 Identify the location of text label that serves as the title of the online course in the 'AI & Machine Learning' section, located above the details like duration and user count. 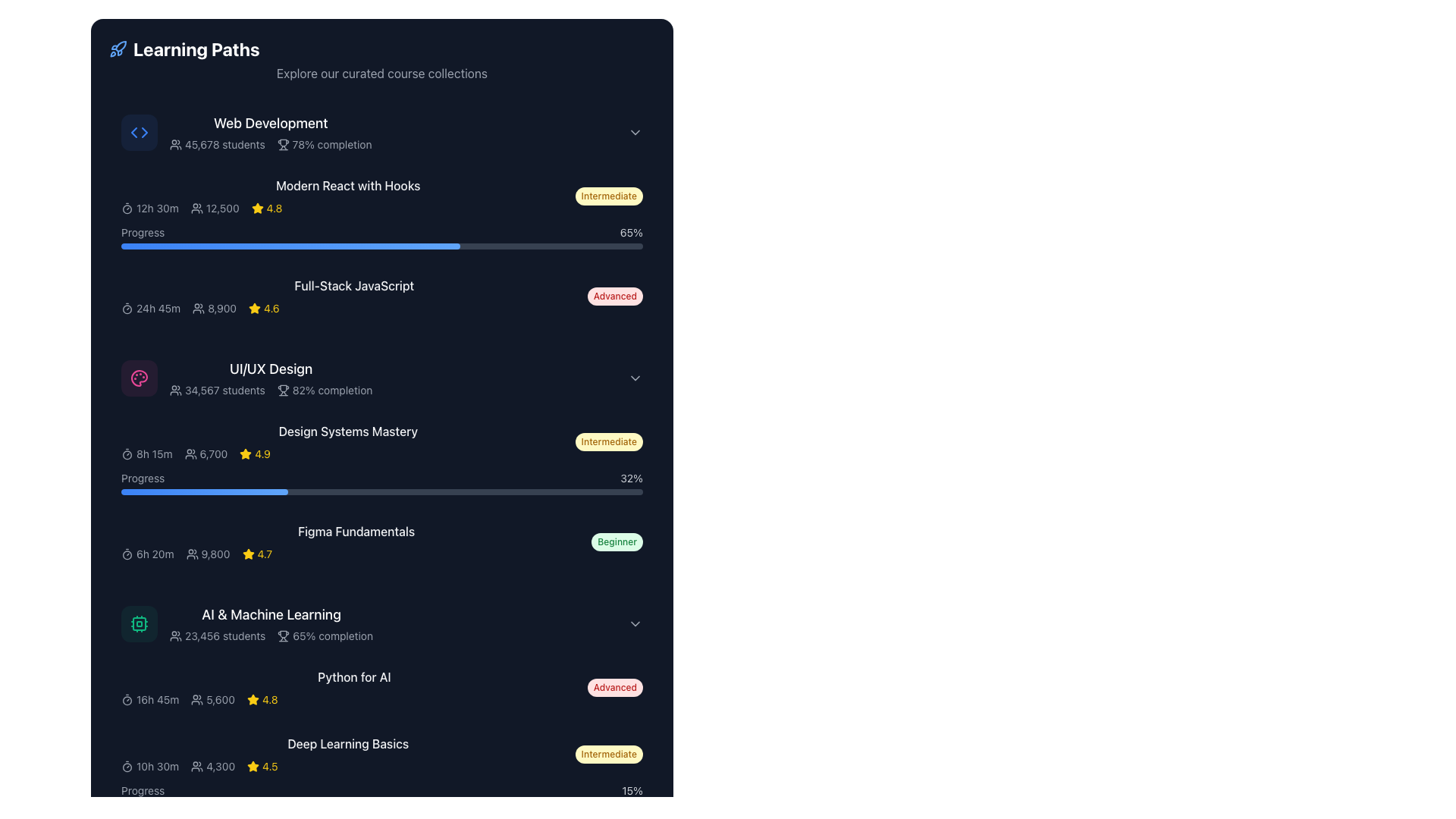
(353, 687).